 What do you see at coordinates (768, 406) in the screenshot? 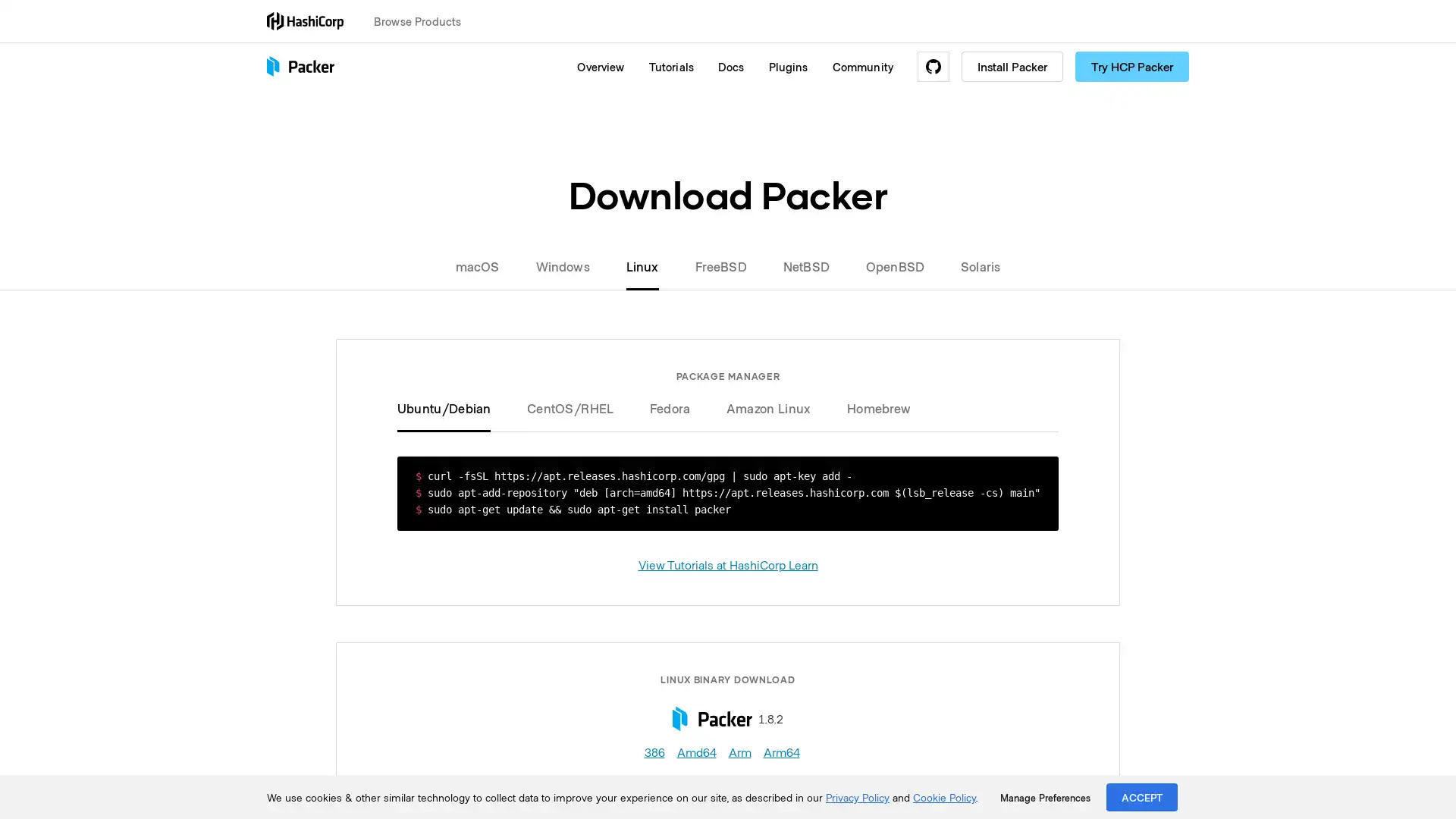
I see `Amazon Linux` at bounding box center [768, 406].